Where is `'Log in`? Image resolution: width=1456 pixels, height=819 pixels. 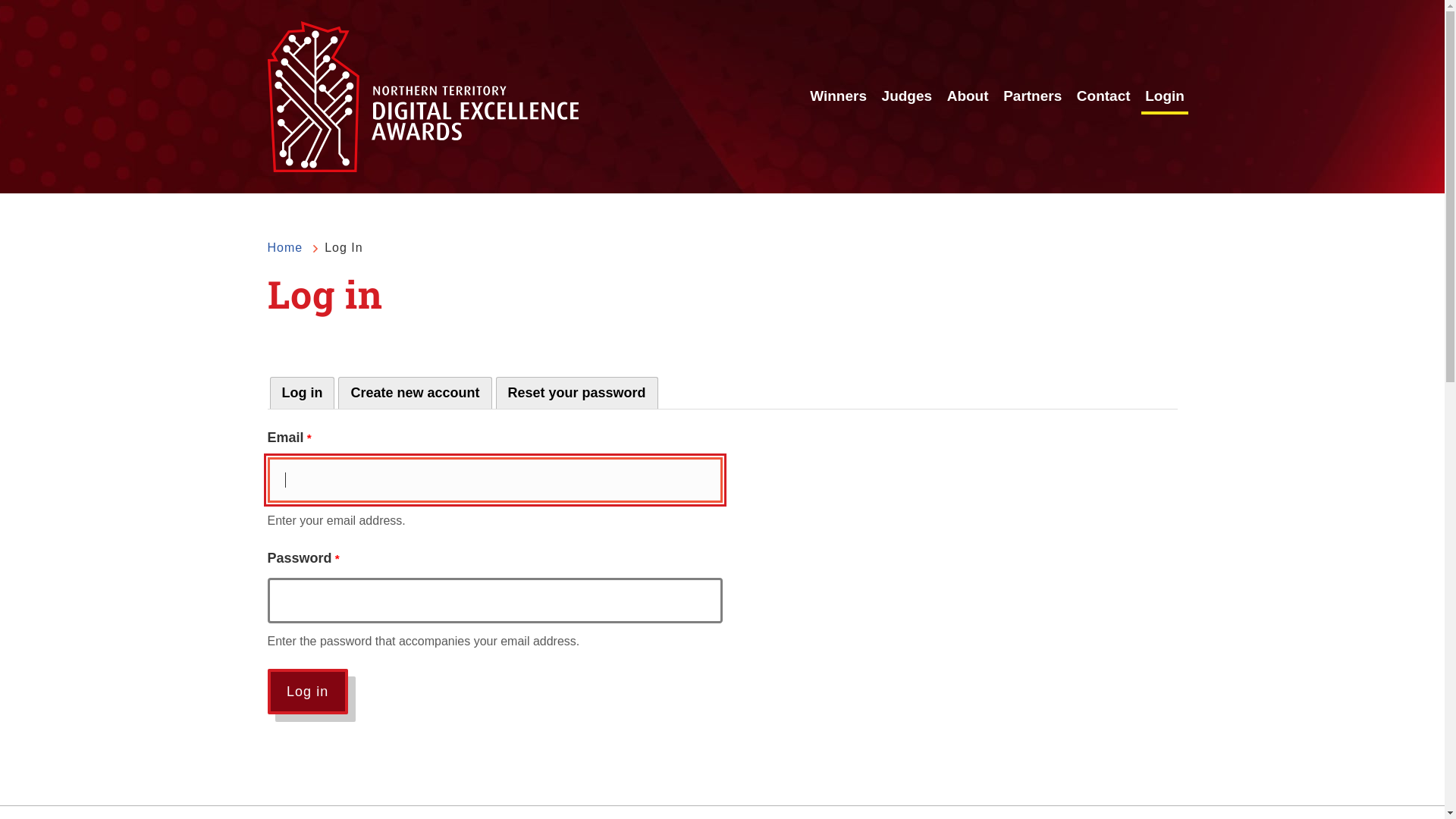
'Log in is located at coordinates (302, 391).